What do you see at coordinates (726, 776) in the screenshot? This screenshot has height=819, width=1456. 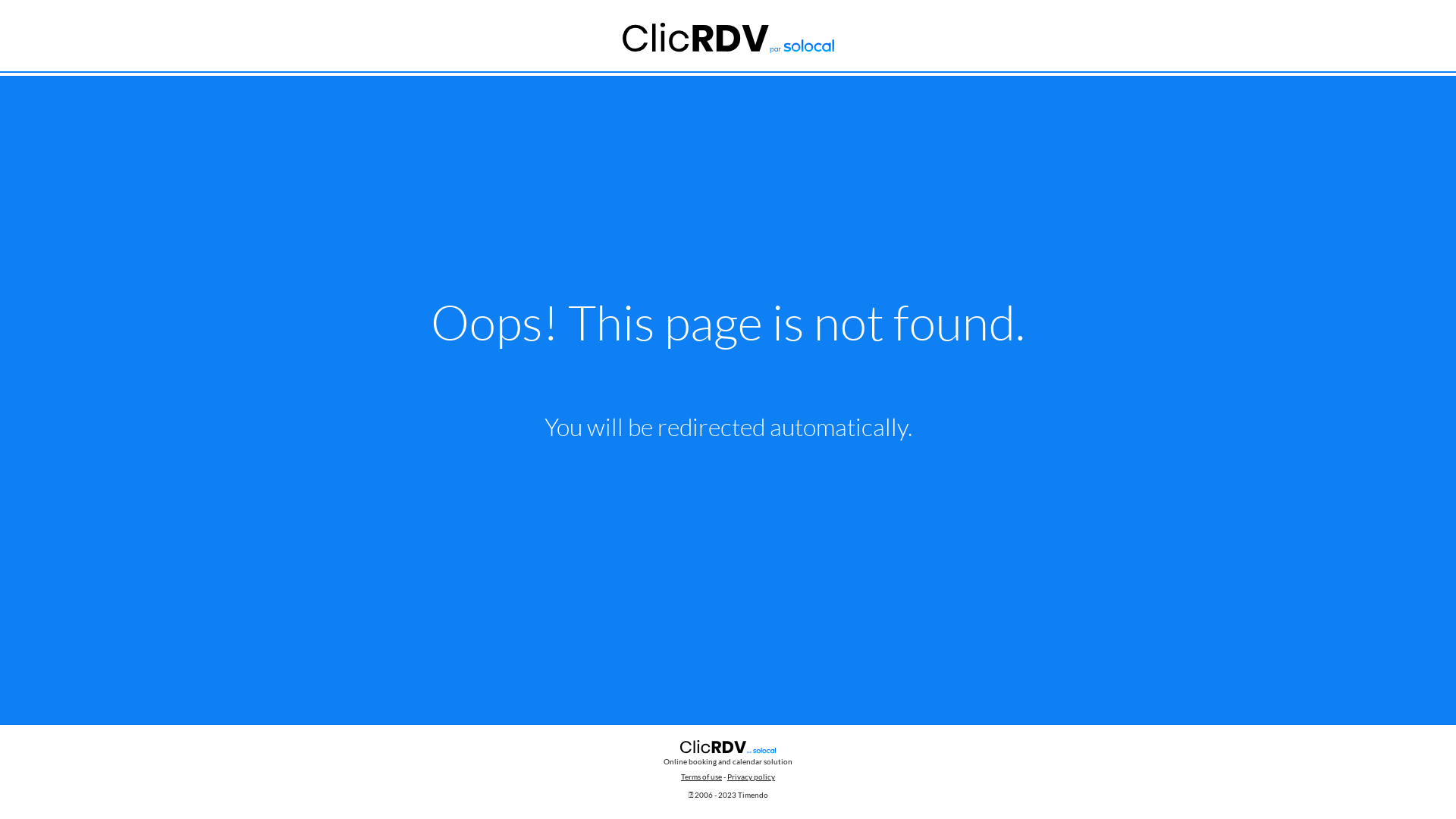 I see `'Privacy policy'` at bounding box center [726, 776].